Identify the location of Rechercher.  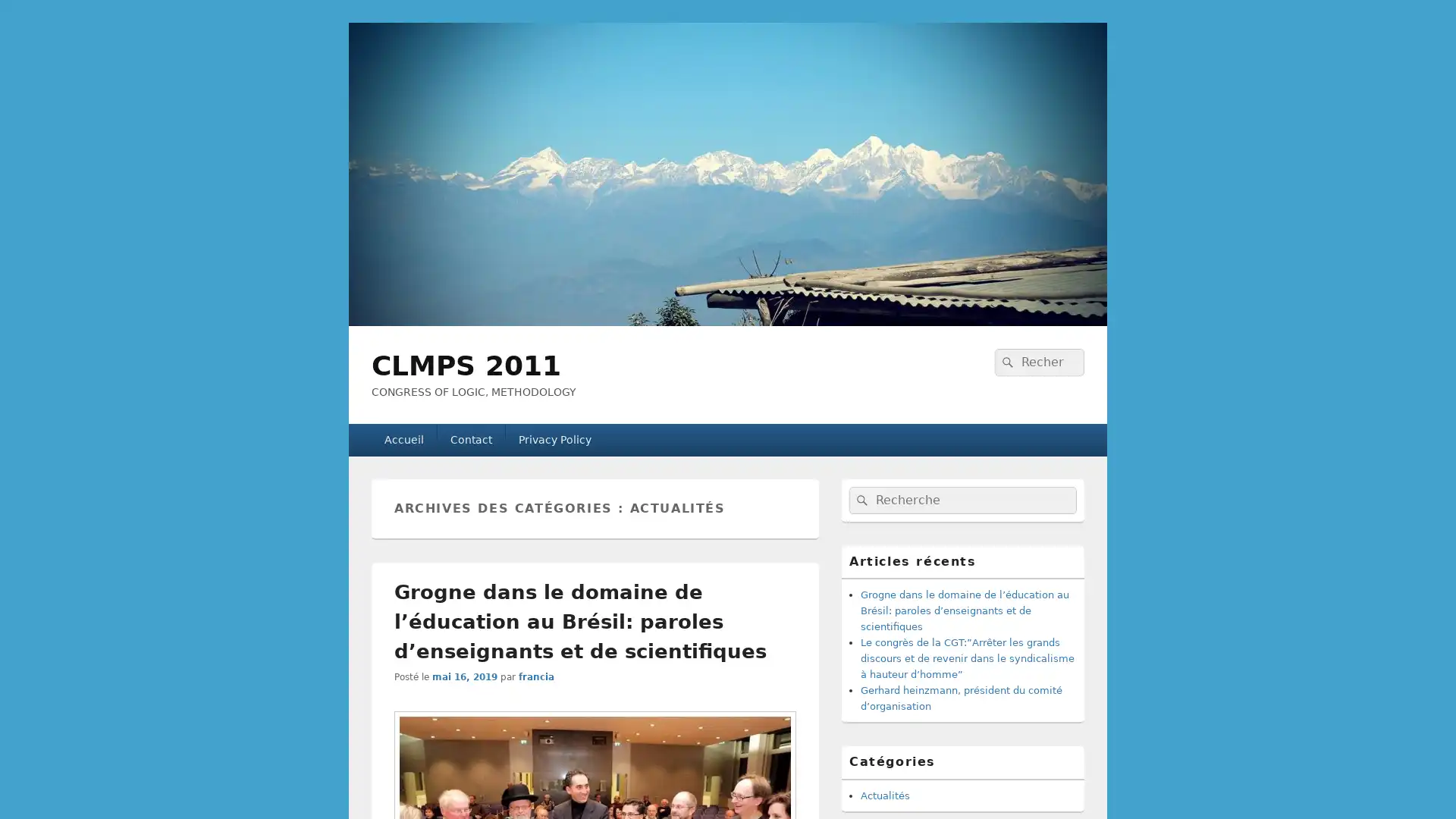
(1006, 362).